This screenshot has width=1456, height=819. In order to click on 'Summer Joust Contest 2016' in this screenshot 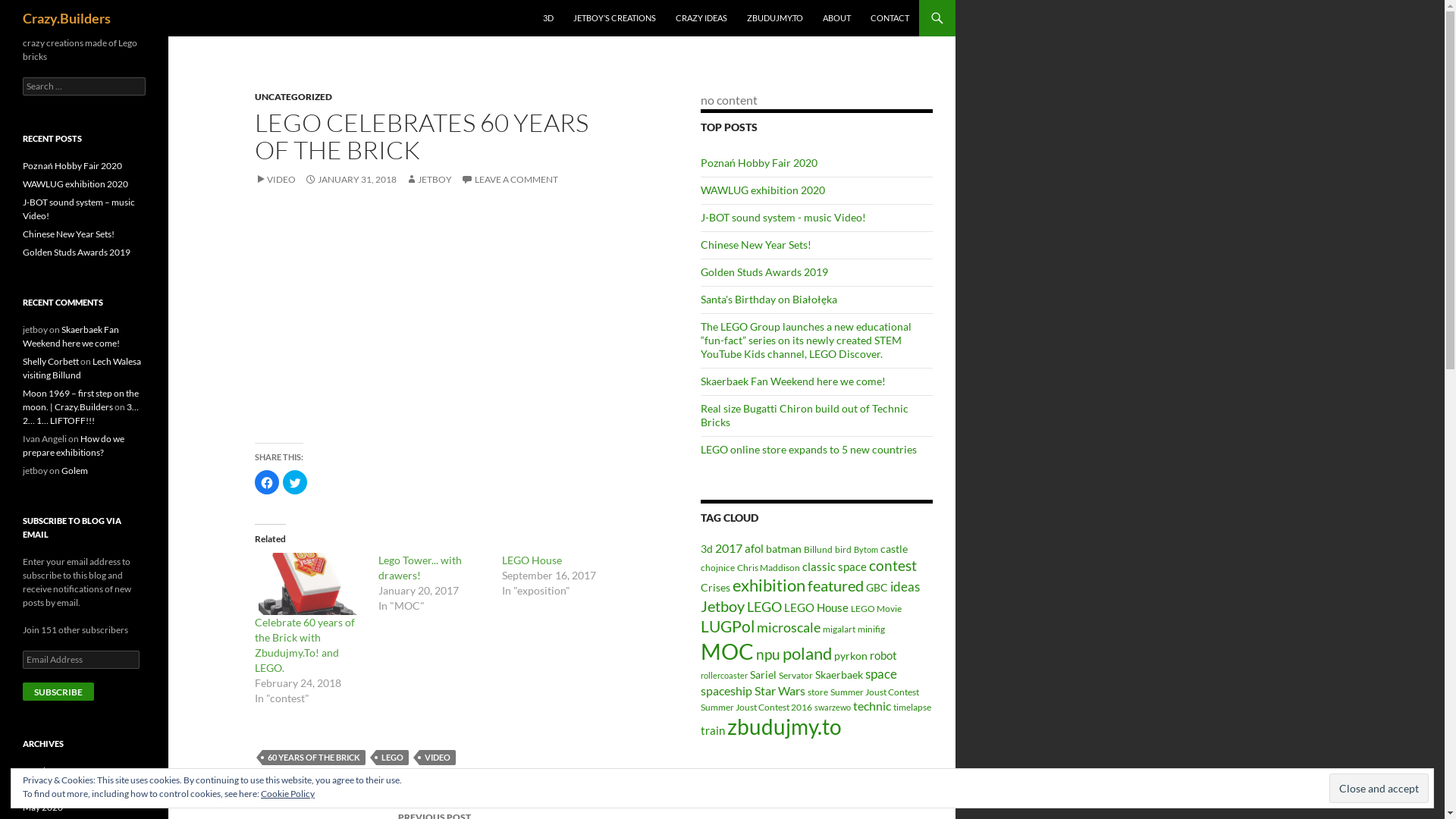, I will do `click(756, 707)`.